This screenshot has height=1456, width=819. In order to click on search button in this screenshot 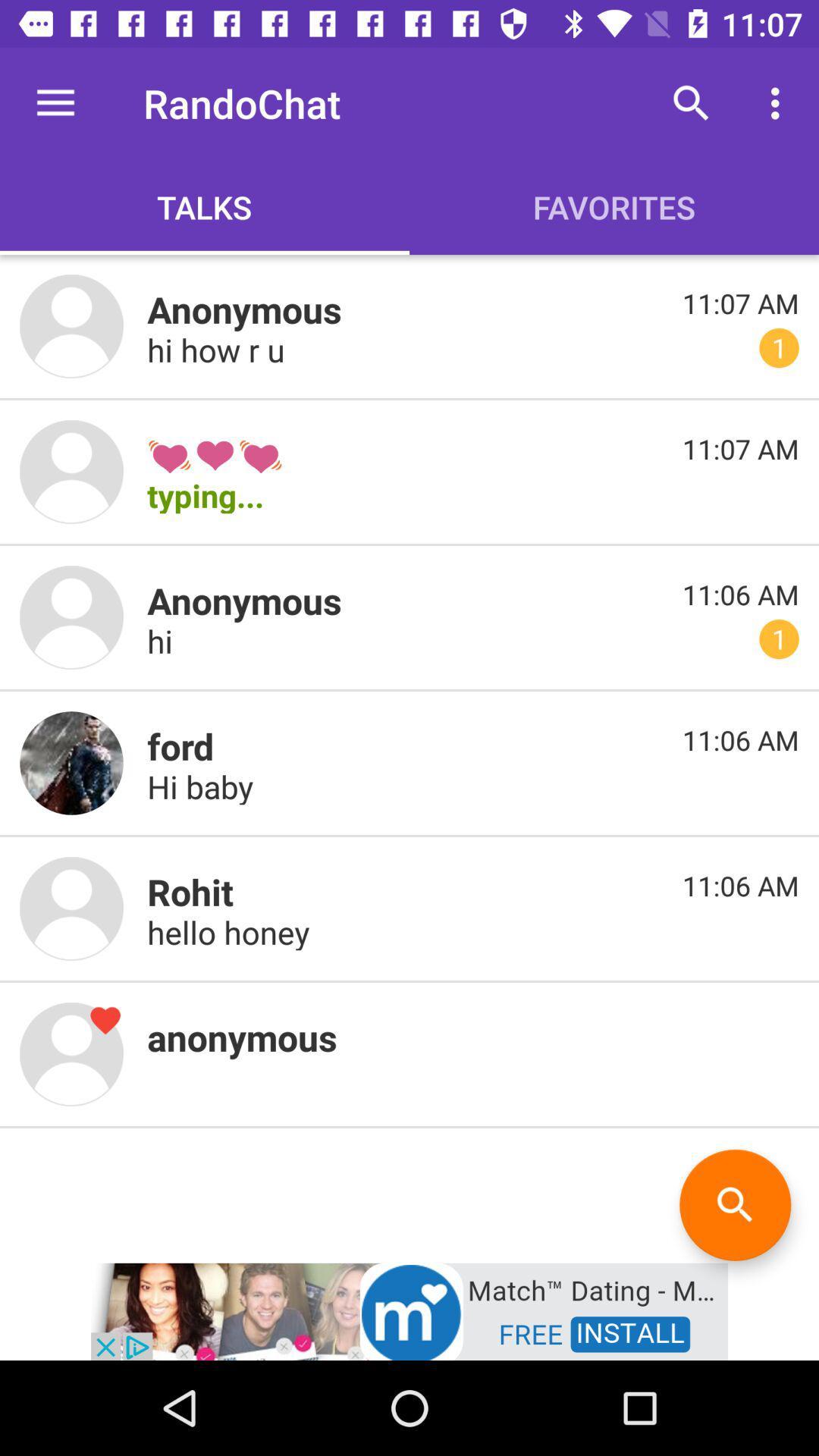, I will do `click(734, 1204)`.